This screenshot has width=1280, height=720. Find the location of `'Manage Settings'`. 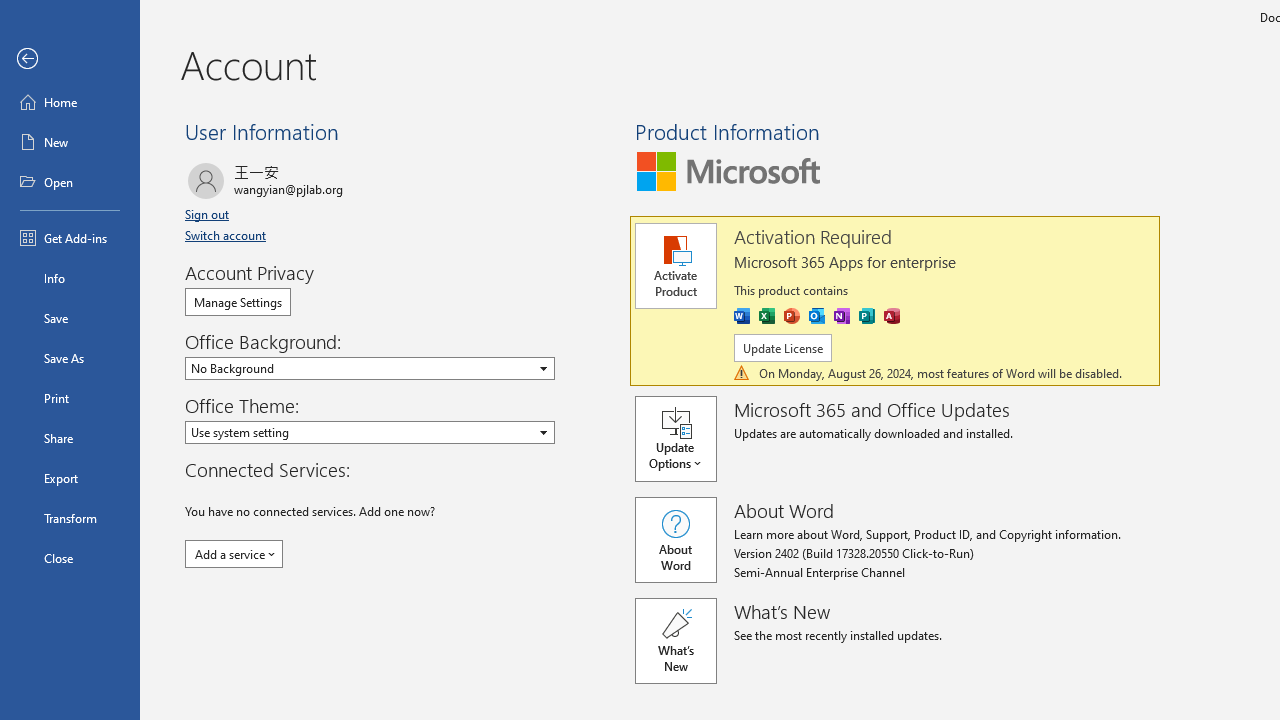

'Manage Settings' is located at coordinates (238, 302).